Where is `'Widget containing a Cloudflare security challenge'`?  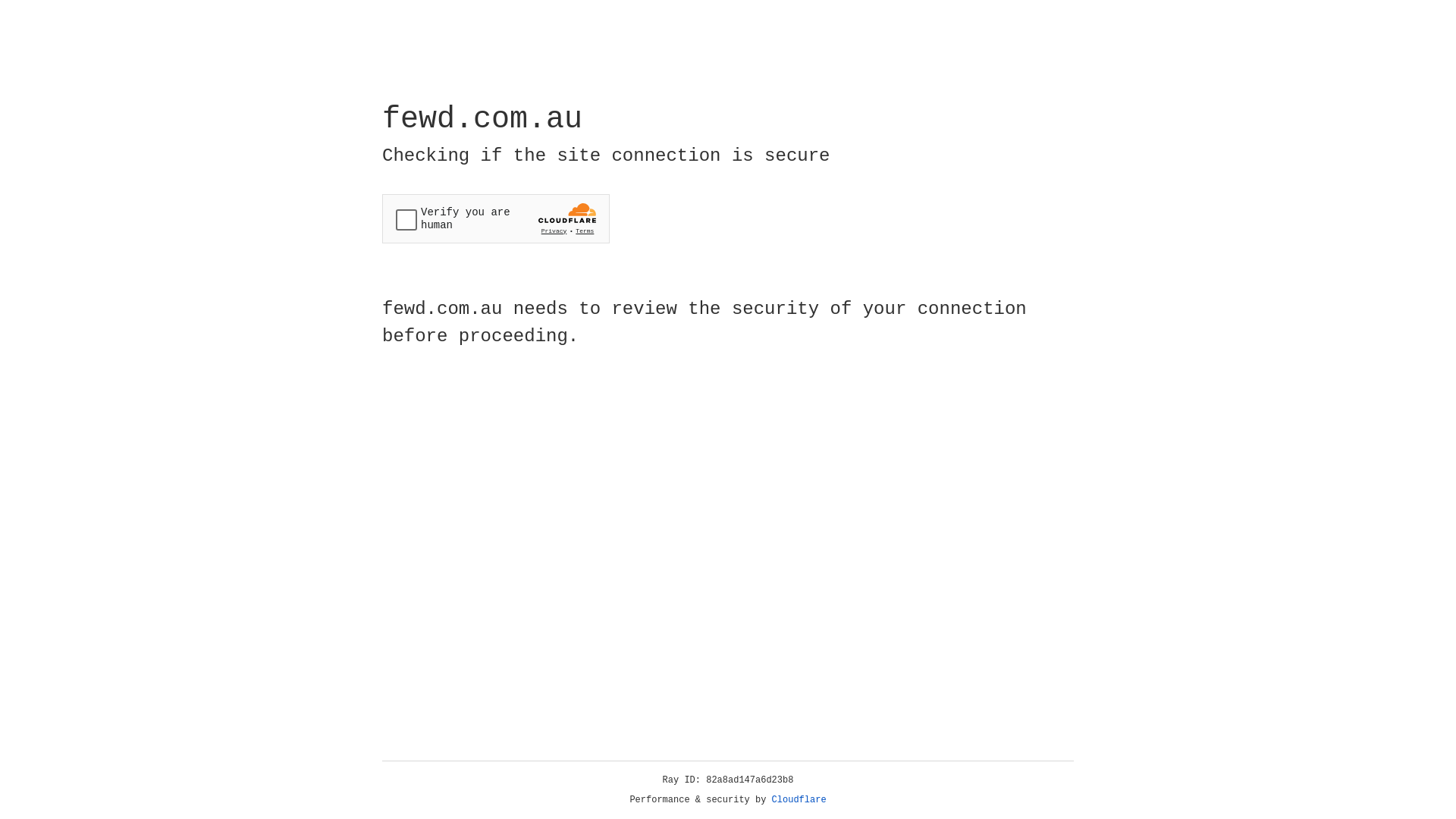
'Widget containing a Cloudflare security challenge' is located at coordinates (495, 218).